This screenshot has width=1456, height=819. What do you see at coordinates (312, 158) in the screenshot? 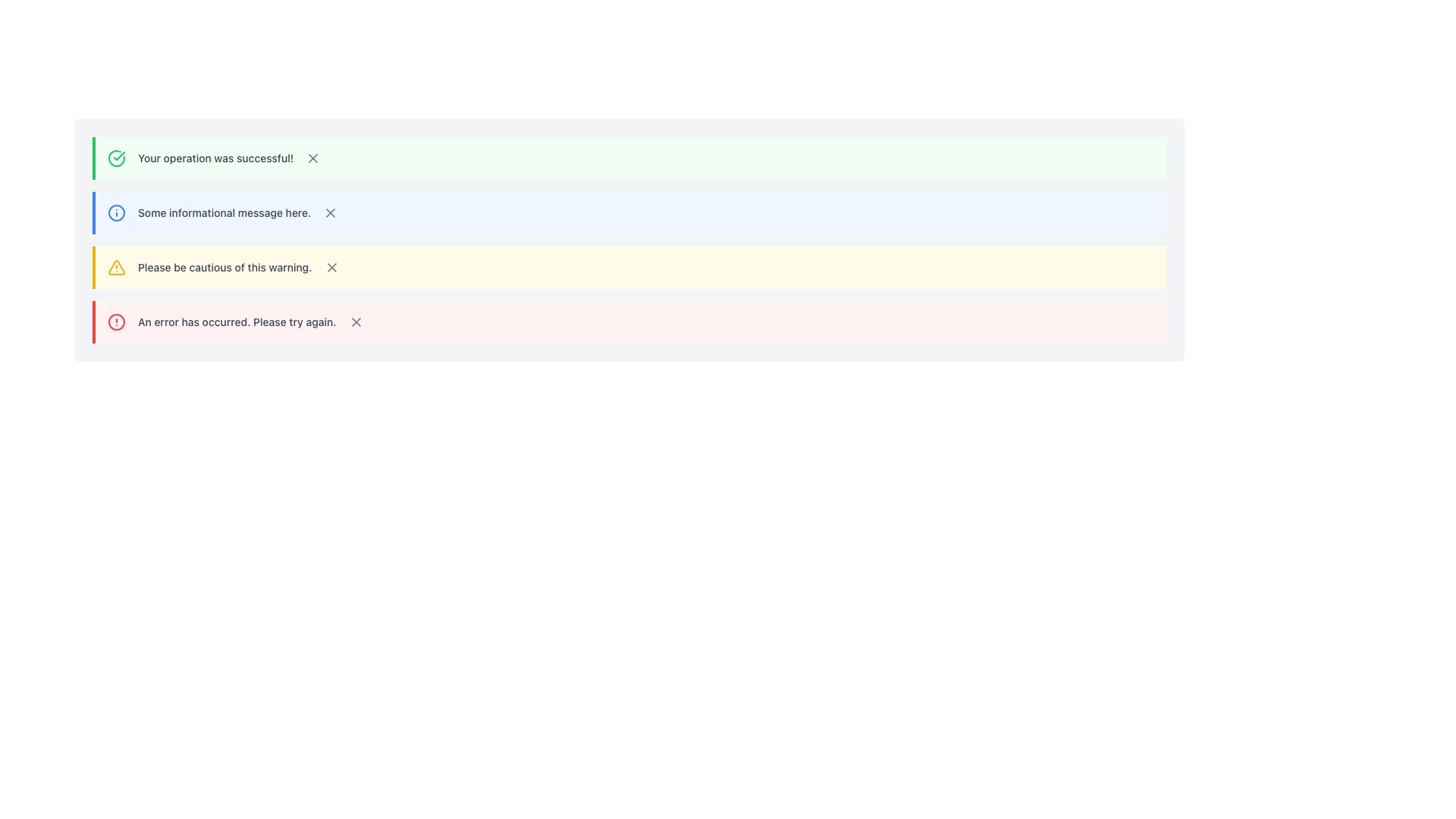
I see `the 'X' shaped icon, which is styled in gray and located at the right edge of the third notification box with a yellow left border` at bounding box center [312, 158].